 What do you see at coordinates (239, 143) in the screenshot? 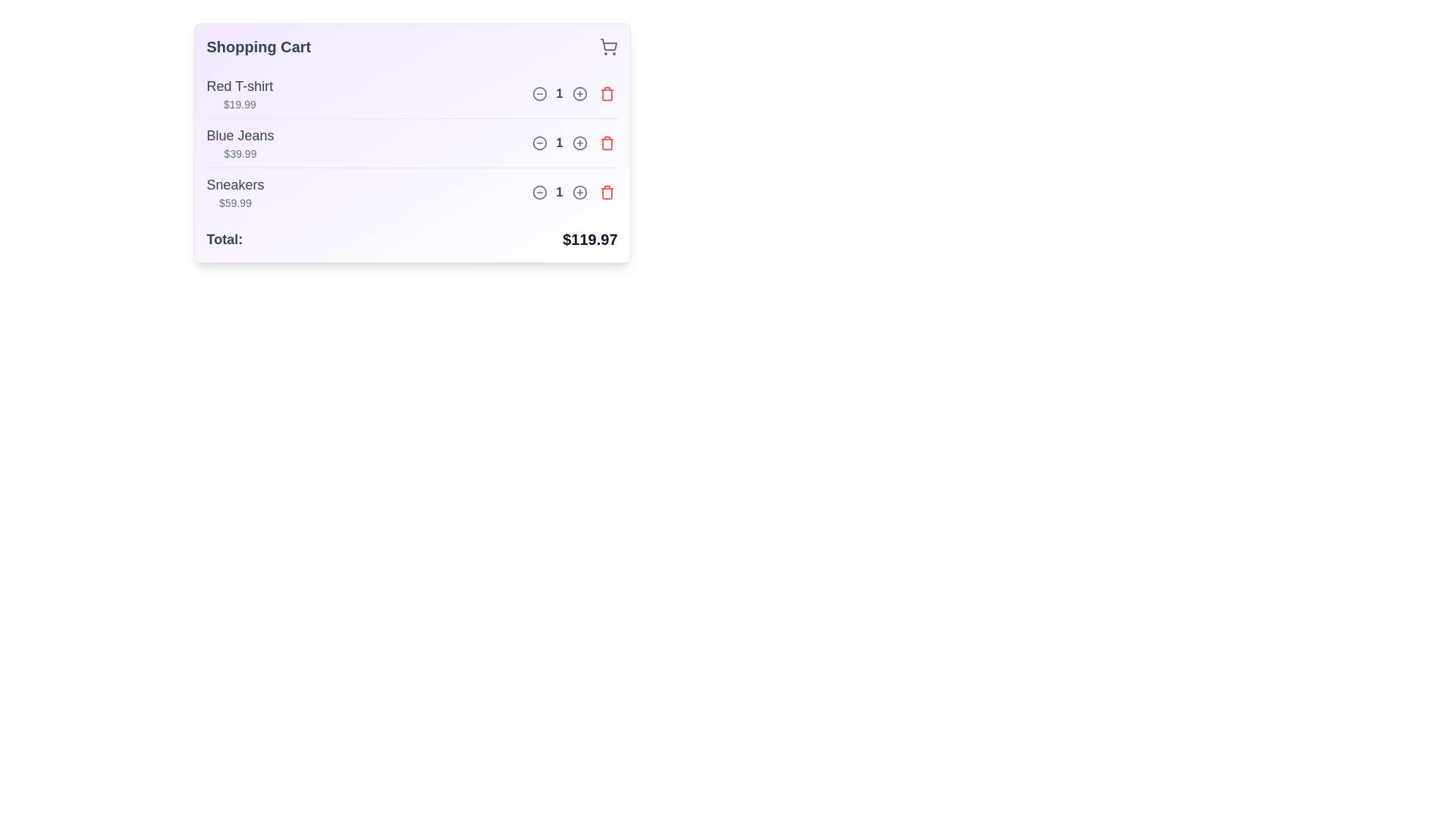
I see `the text display element showing 'Blue Jeans' priced at '$39.99', which is the second item in the shopping cart list` at bounding box center [239, 143].